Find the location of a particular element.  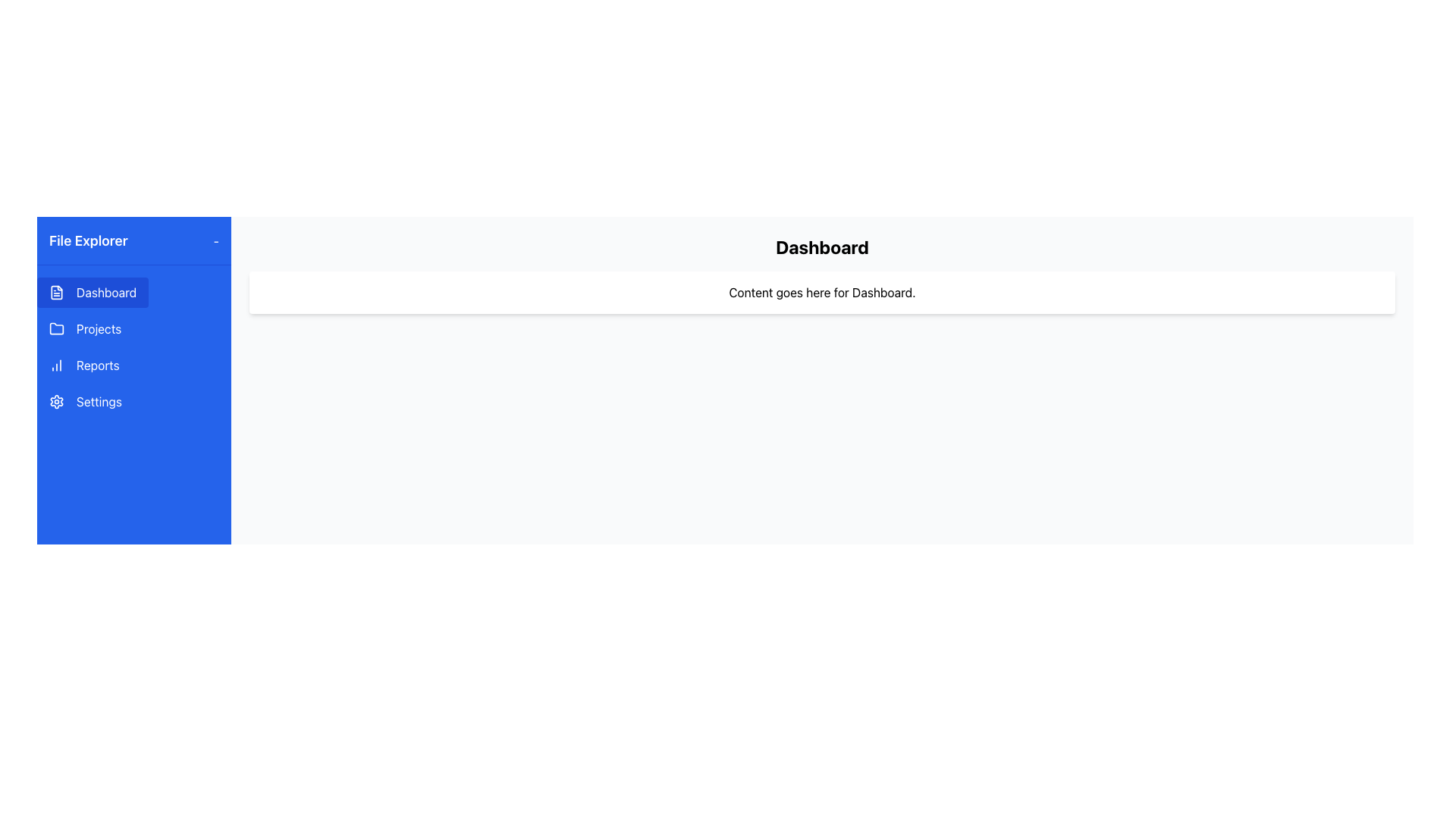

the 'Projects' icon in the sidebar menu to visually represent the section for quick identification is located at coordinates (57, 328).